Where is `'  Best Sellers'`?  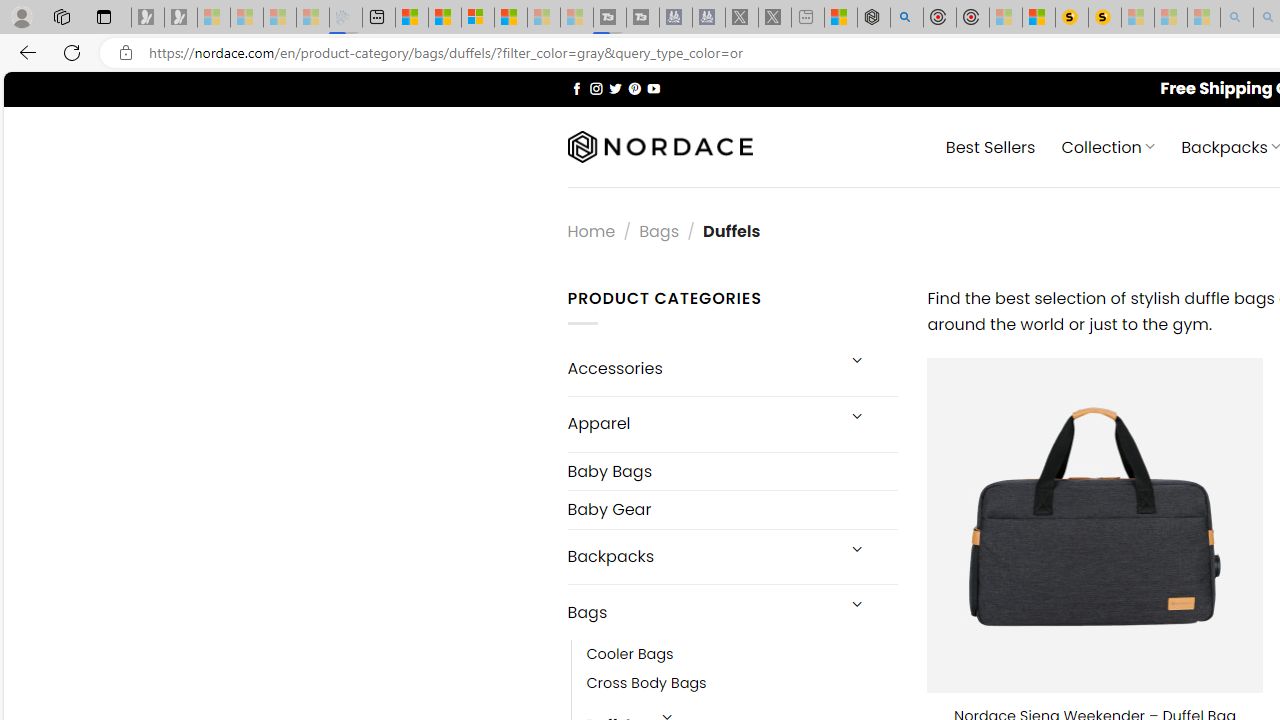
'  Best Sellers' is located at coordinates (990, 145).